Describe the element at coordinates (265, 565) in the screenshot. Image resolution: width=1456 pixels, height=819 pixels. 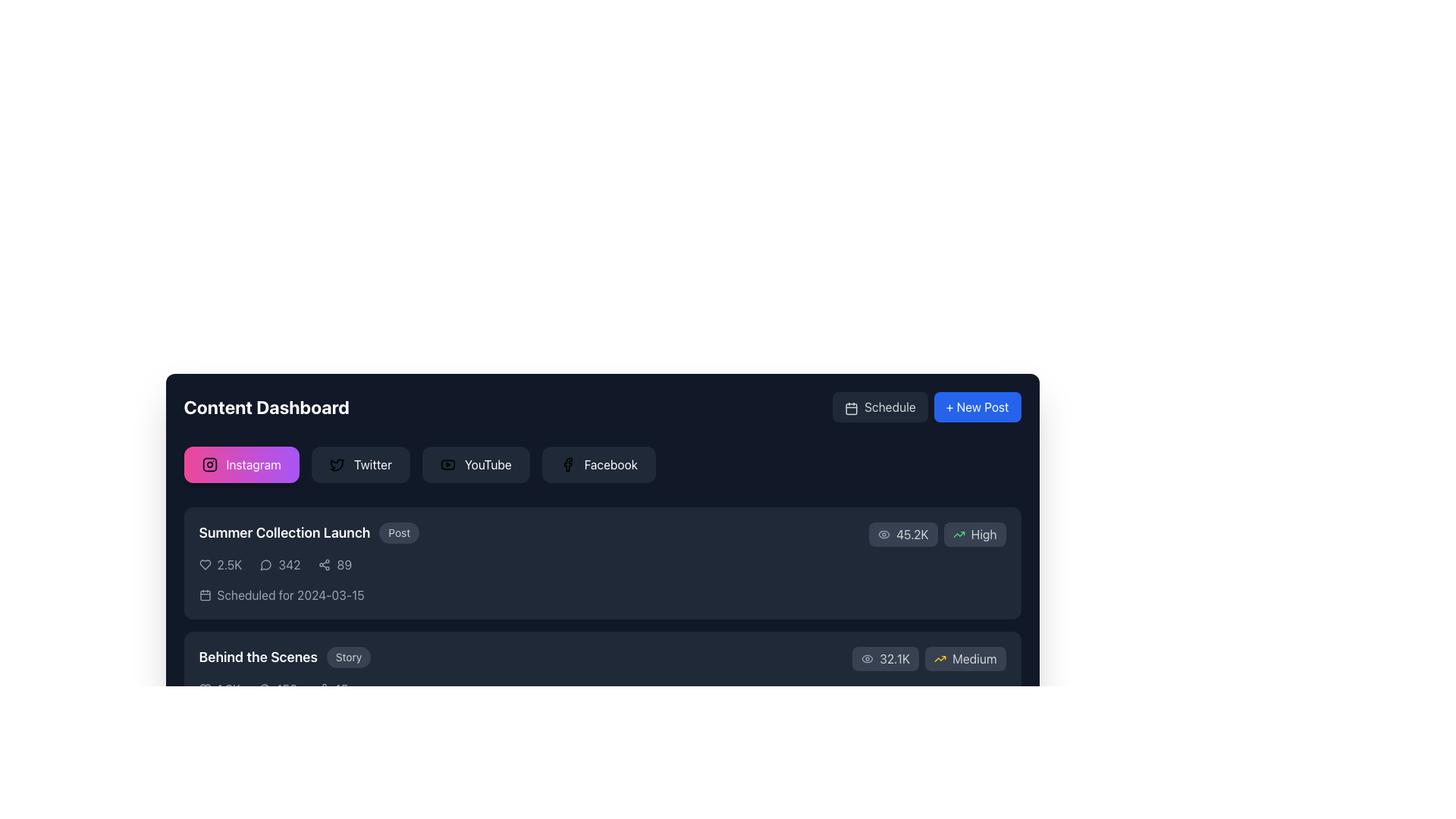
I see `the speech bubble or chat icon representing the interaction count of 'Summer Collection Launch'` at that location.